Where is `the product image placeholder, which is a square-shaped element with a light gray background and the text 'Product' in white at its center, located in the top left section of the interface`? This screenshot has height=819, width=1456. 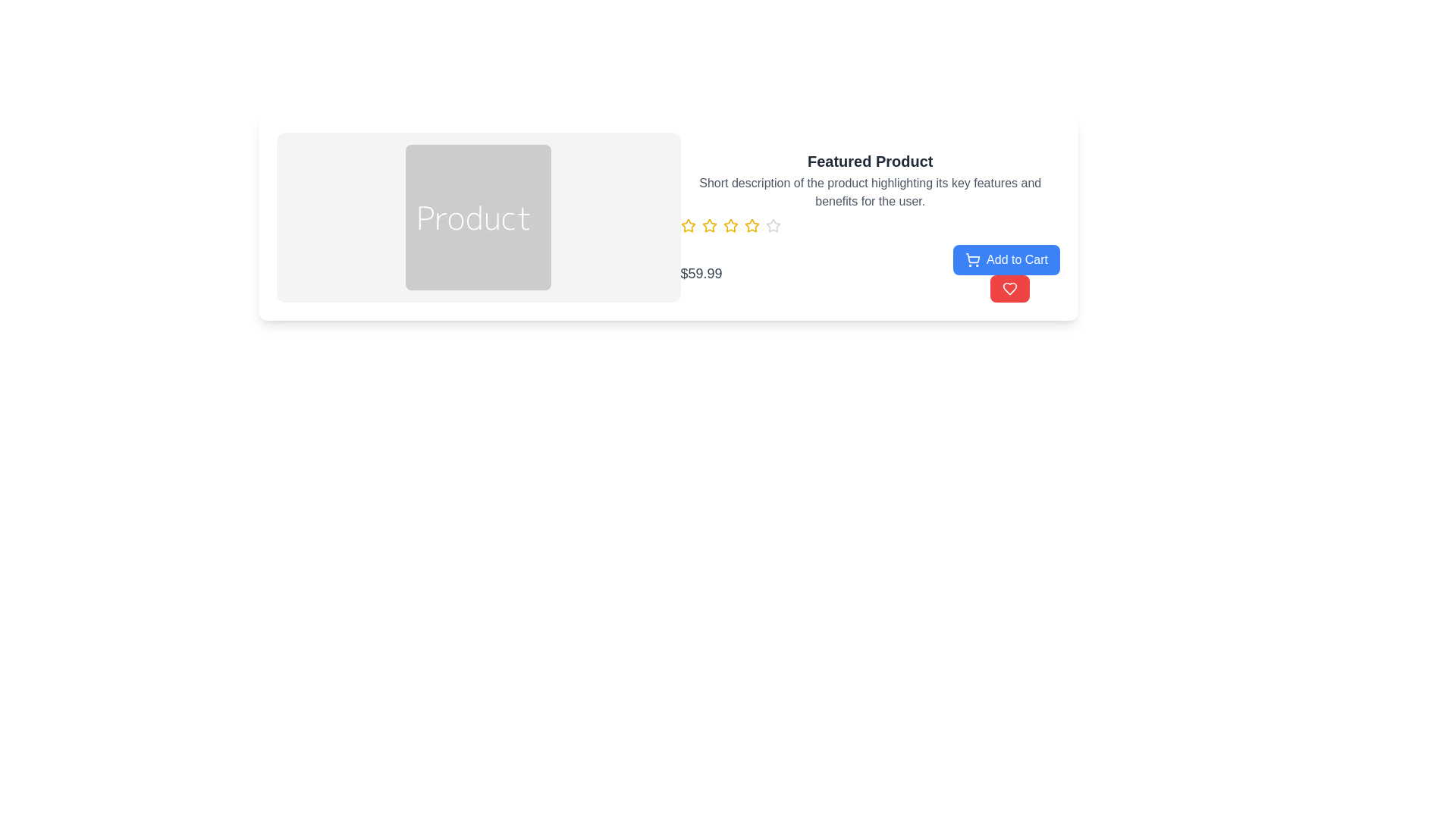 the product image placeholder, which is a square-shaped element with a light gray background and the text 'Product' in white at its center, located in the top left section of the interface is located at coordinates (478, 217).